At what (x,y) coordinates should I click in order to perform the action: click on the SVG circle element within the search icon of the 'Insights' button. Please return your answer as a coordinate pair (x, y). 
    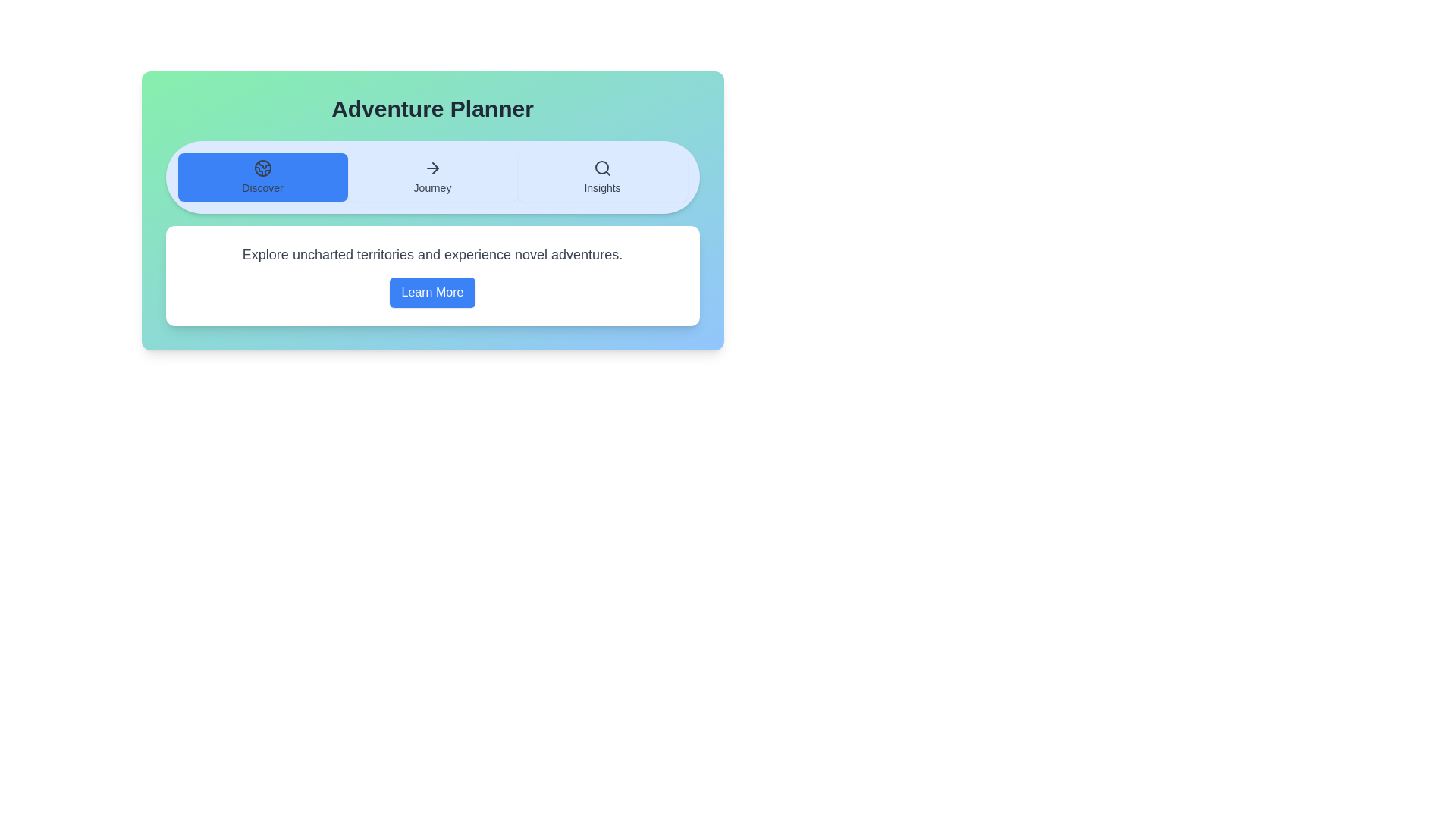
    Looking at the image, I should click on (601, 167).